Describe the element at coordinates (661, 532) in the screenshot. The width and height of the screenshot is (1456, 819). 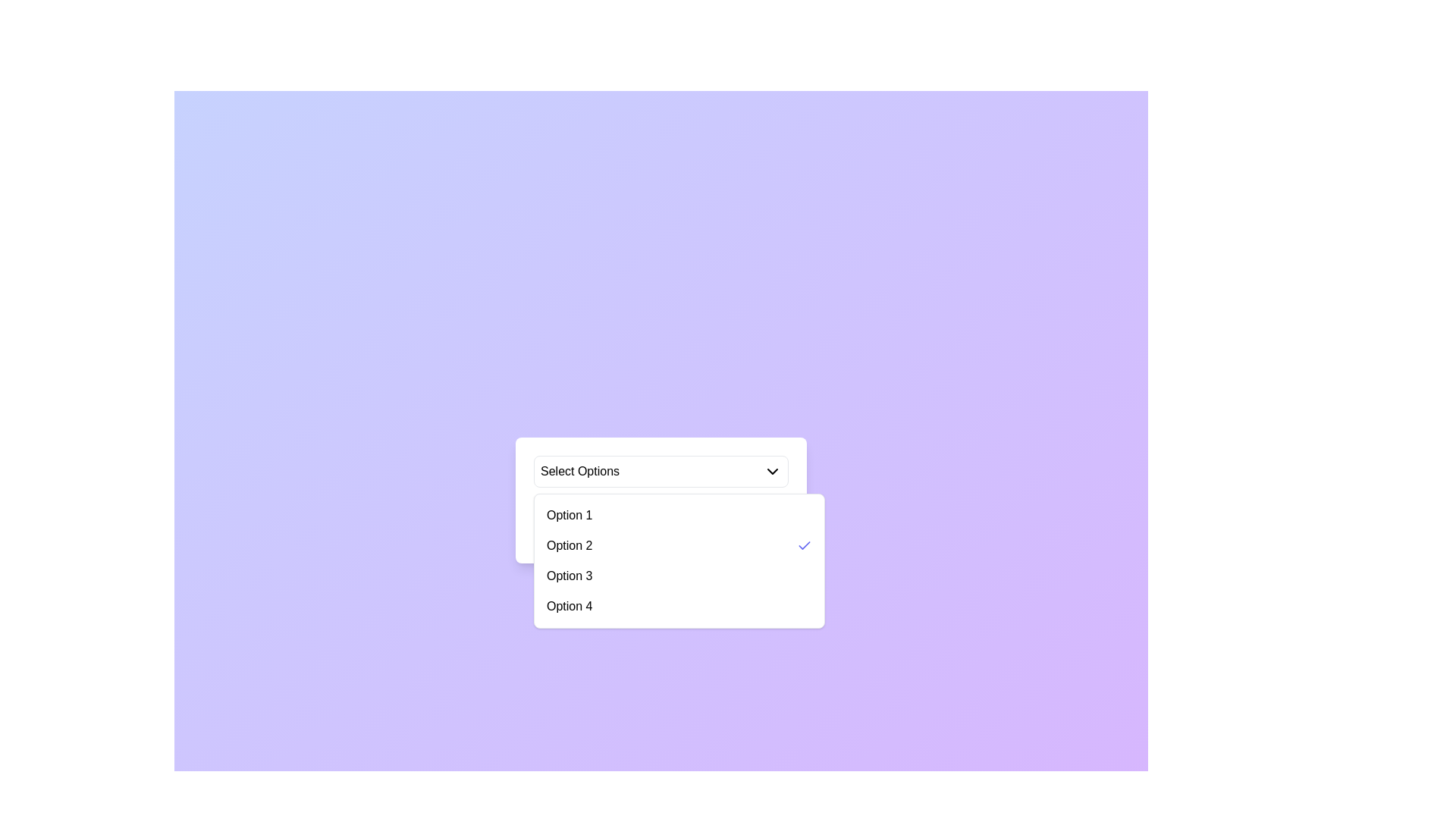
I see `the dropdown menu item labeled 'Option 2'` at that location.